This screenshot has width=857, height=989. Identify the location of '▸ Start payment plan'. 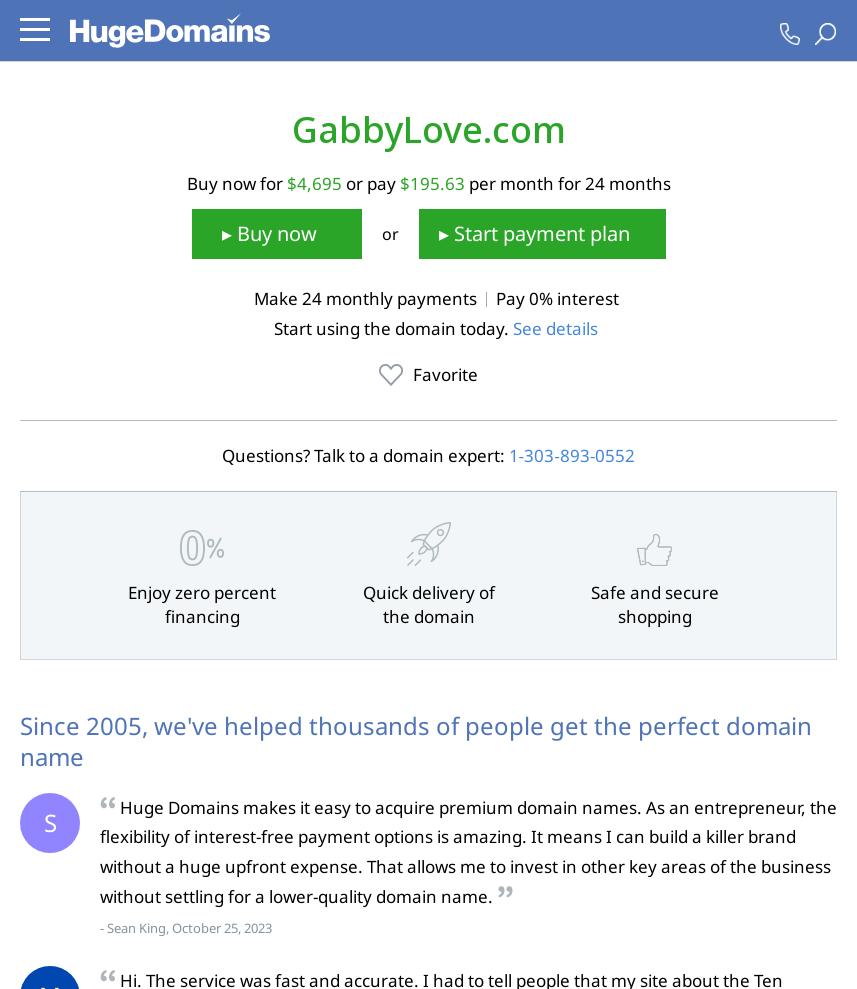
(533, 231).